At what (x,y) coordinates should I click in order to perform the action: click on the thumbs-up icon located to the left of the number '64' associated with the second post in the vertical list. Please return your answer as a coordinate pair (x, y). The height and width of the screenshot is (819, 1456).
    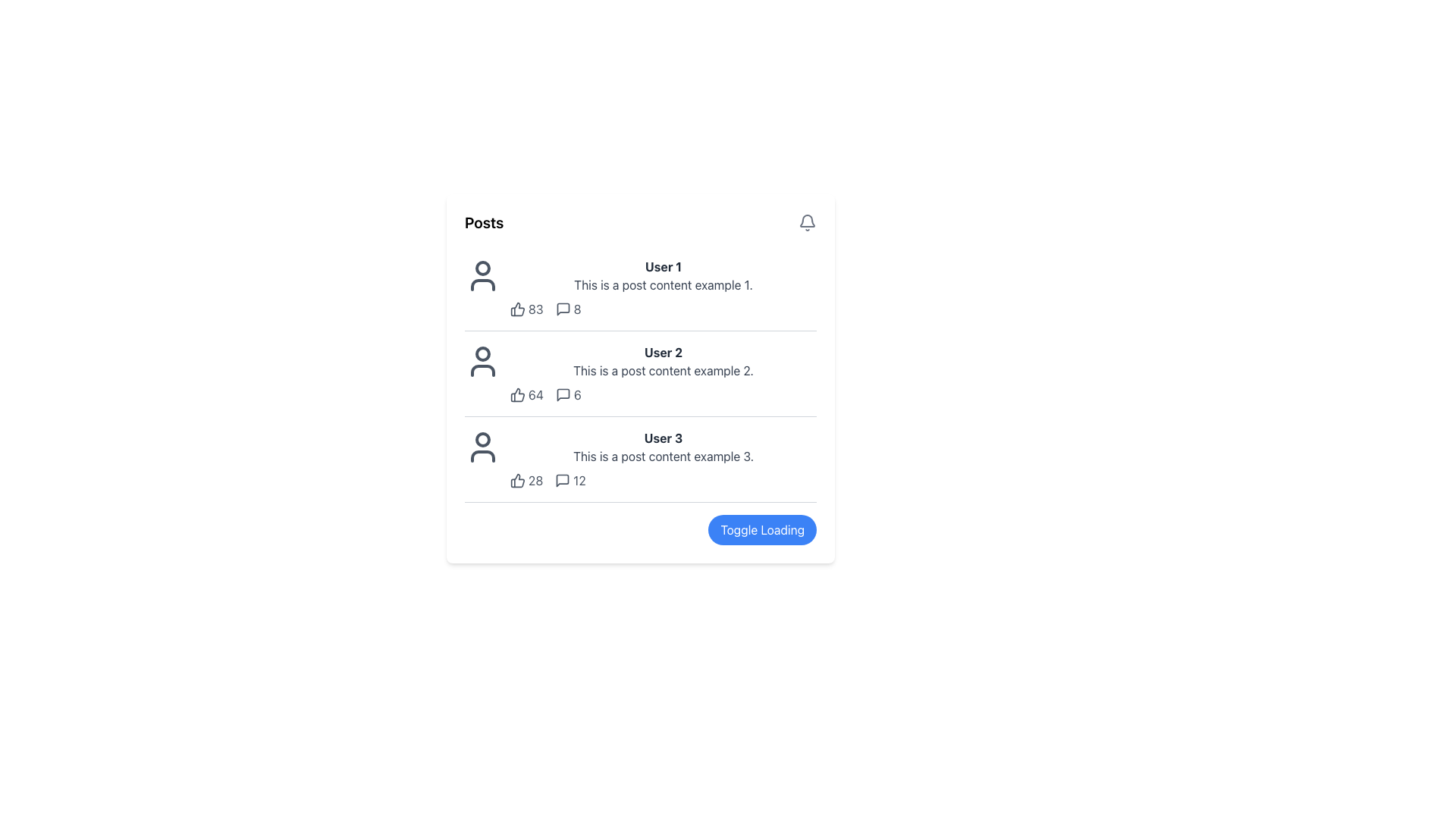
    Looking at the image, I should click on (517, 394).